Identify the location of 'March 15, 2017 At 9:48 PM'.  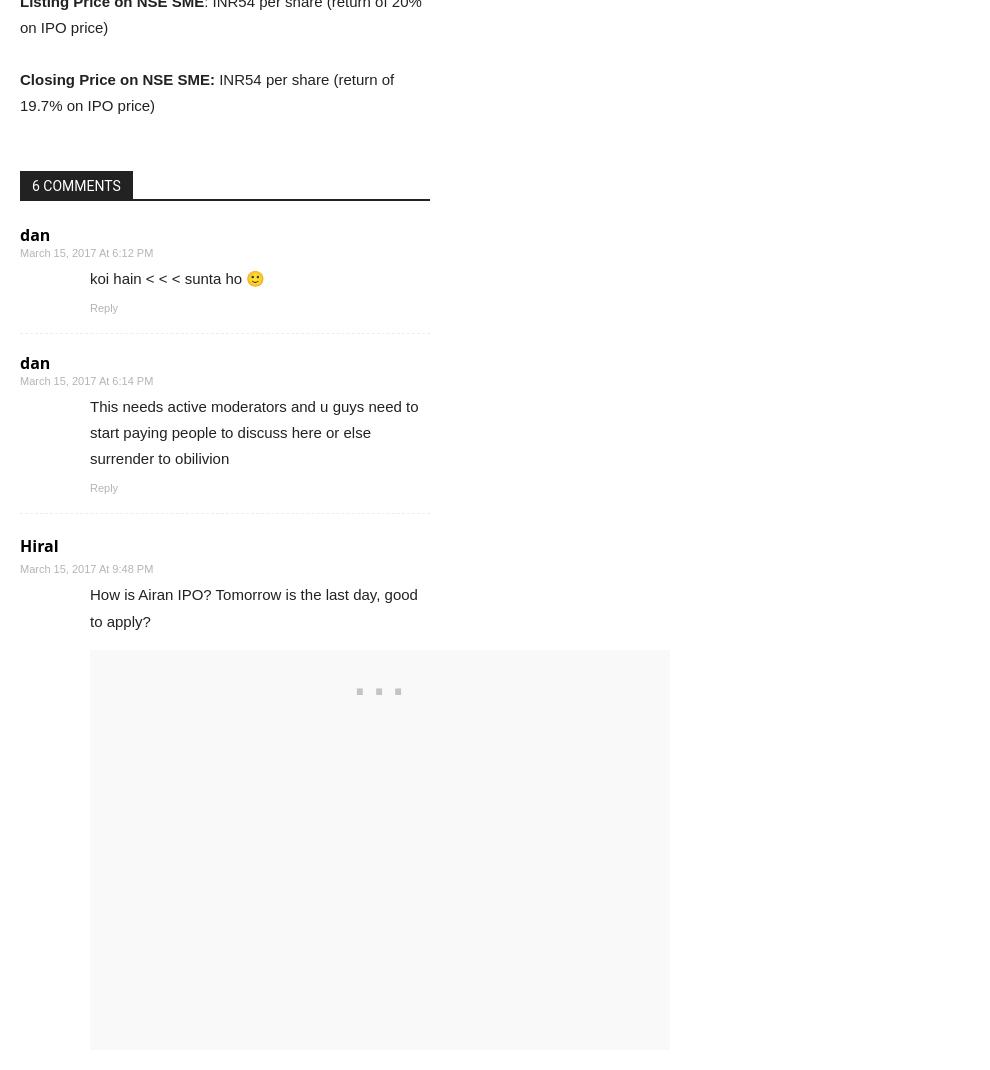
(18, 568).